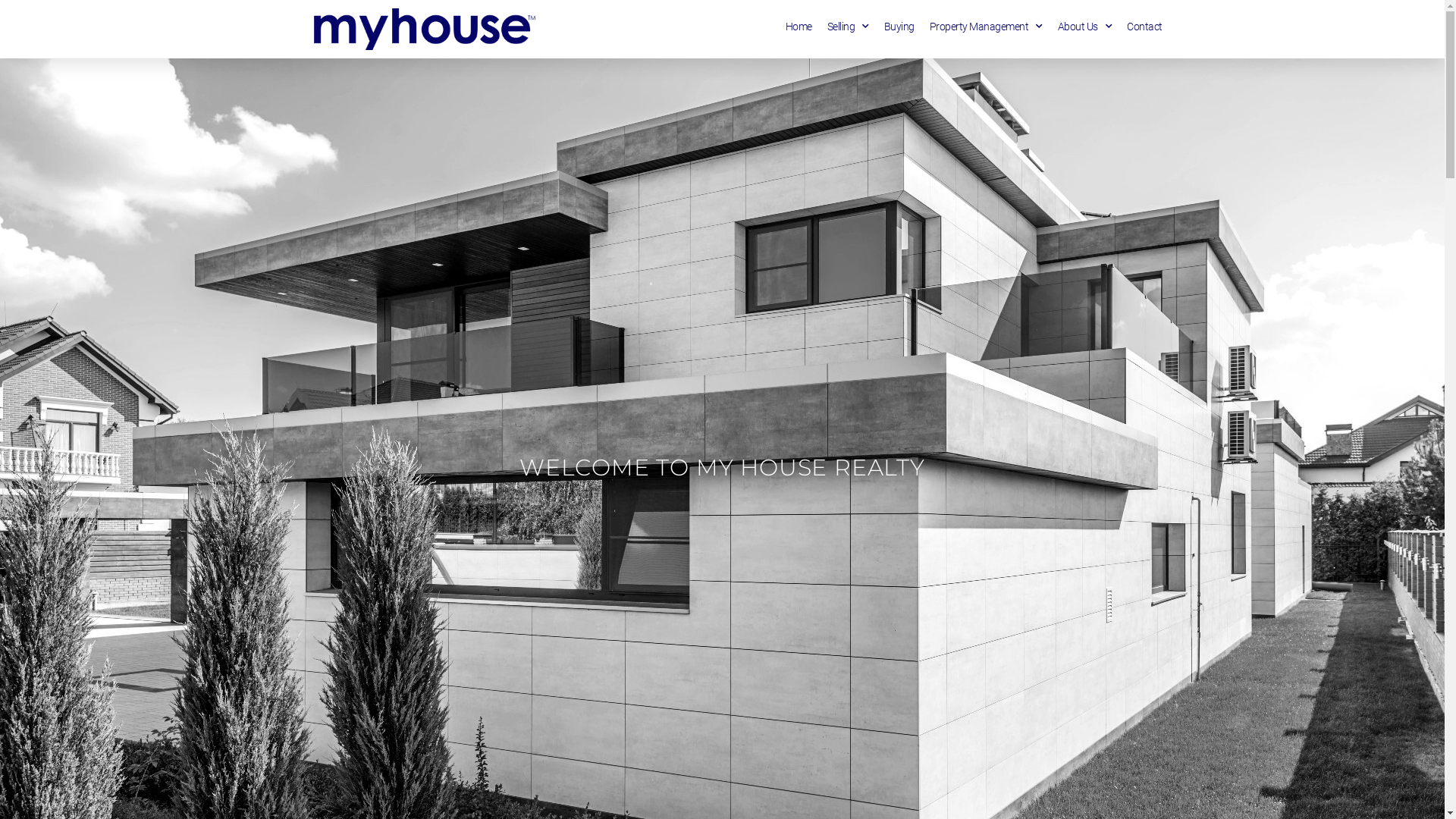  What do you see at coordinates (899, 26) in the screenshot?
I see `'Buying'` at bounding box center [899, 26].